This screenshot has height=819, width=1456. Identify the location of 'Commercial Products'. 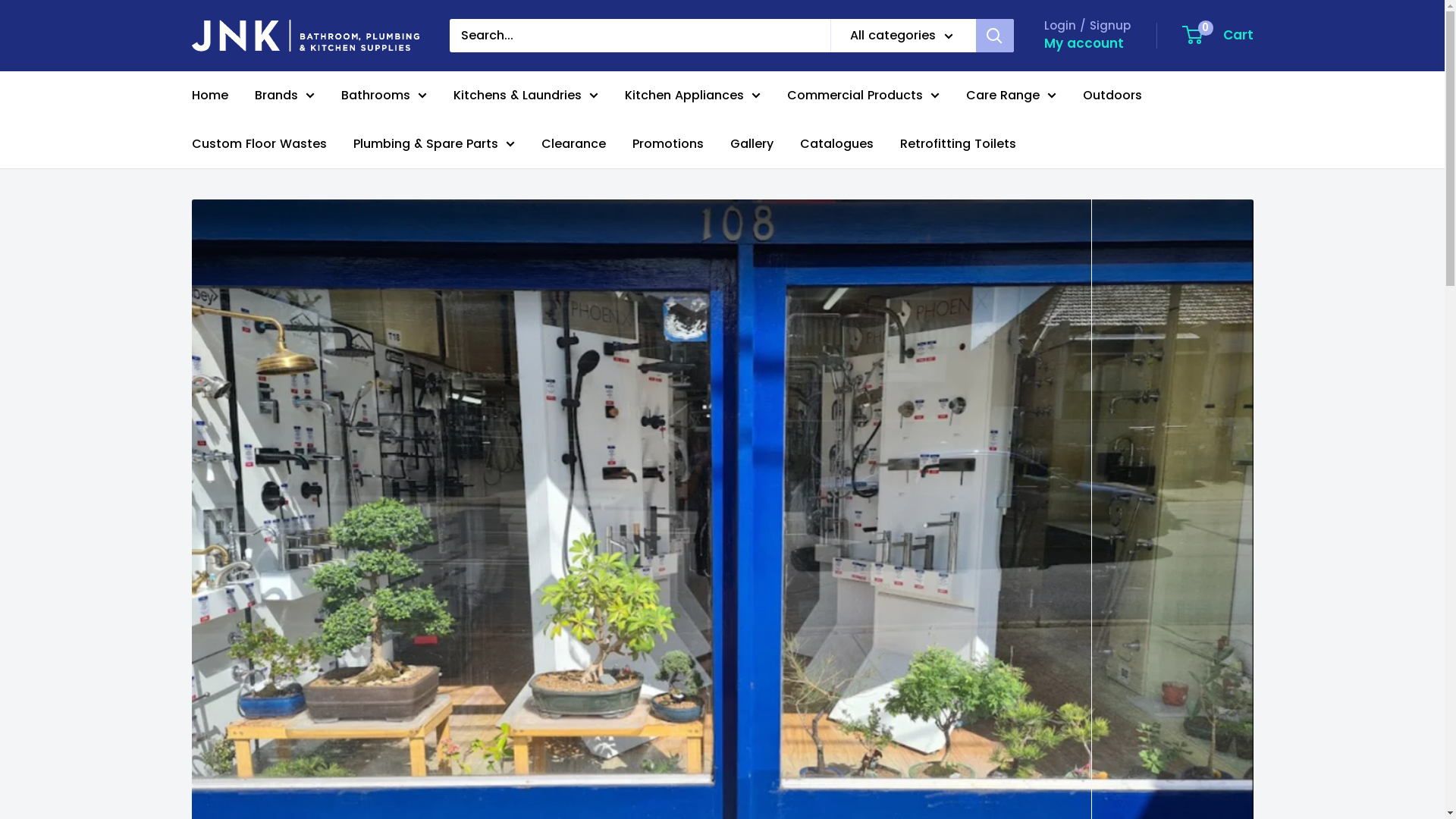
(863, 96).